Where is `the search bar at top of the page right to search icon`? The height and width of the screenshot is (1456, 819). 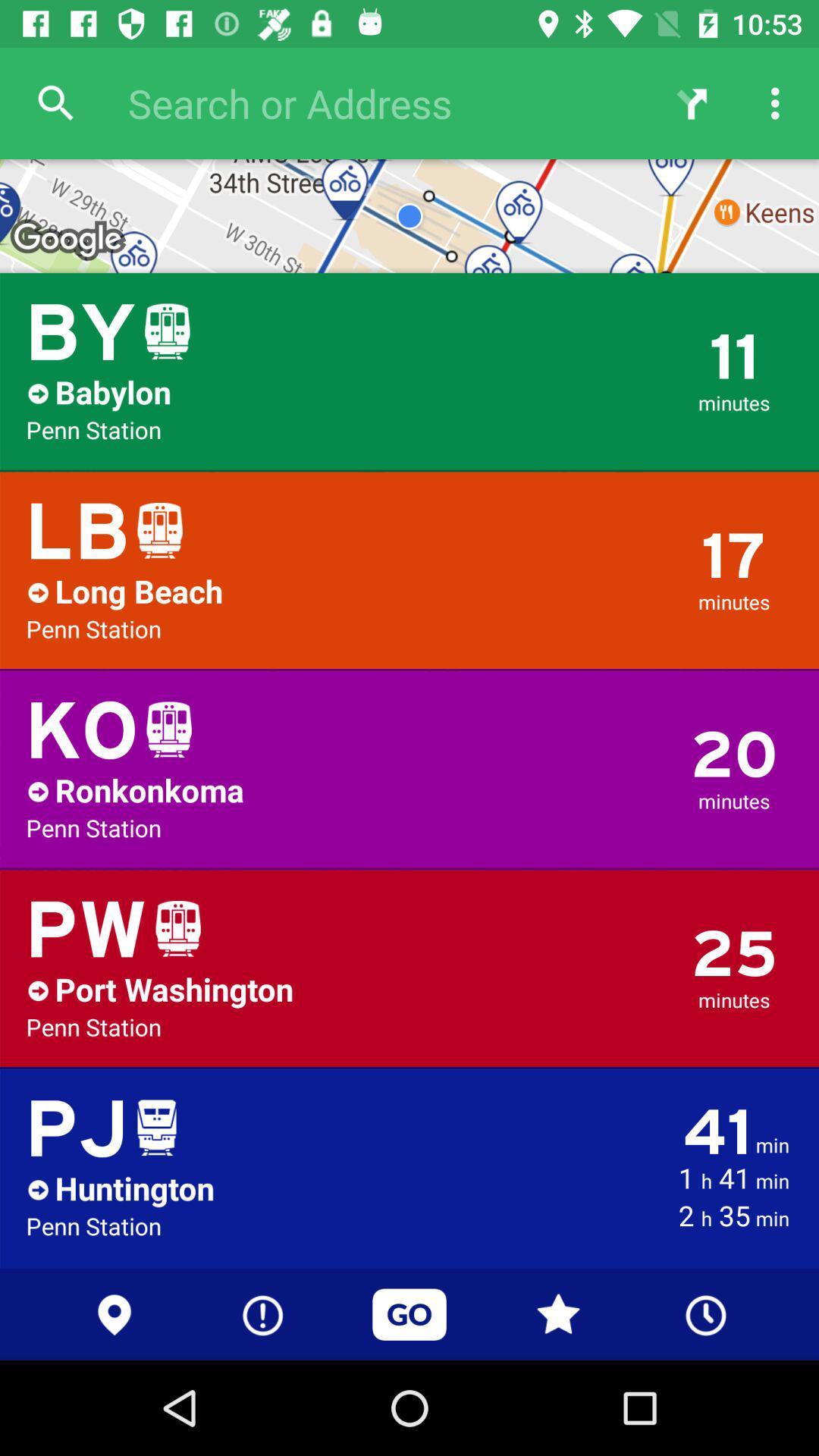
the search bar at top of the page right to search icon is located at coordinates (381, 102).